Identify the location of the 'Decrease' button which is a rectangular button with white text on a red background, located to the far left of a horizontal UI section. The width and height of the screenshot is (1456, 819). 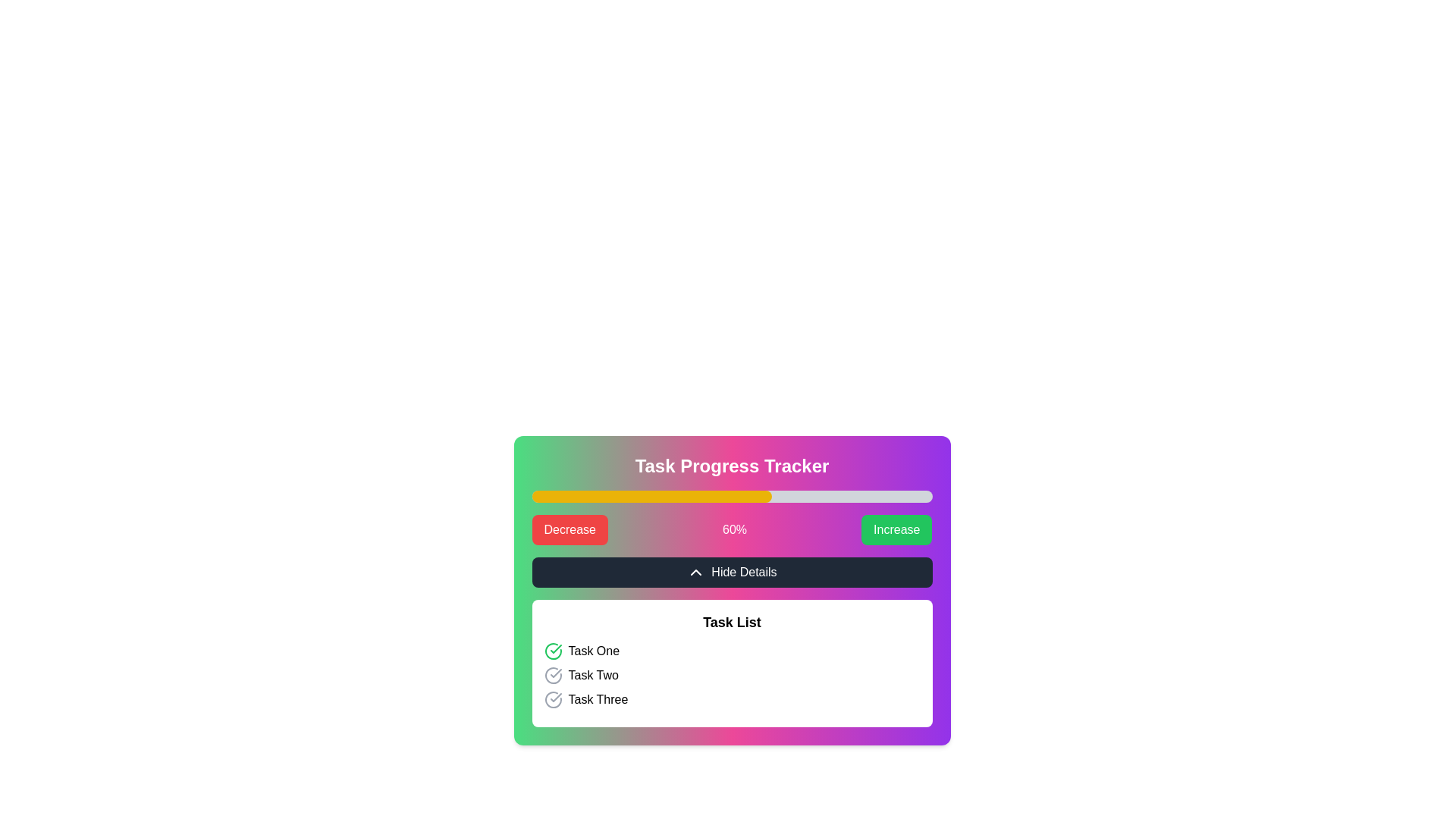
(569, 529).